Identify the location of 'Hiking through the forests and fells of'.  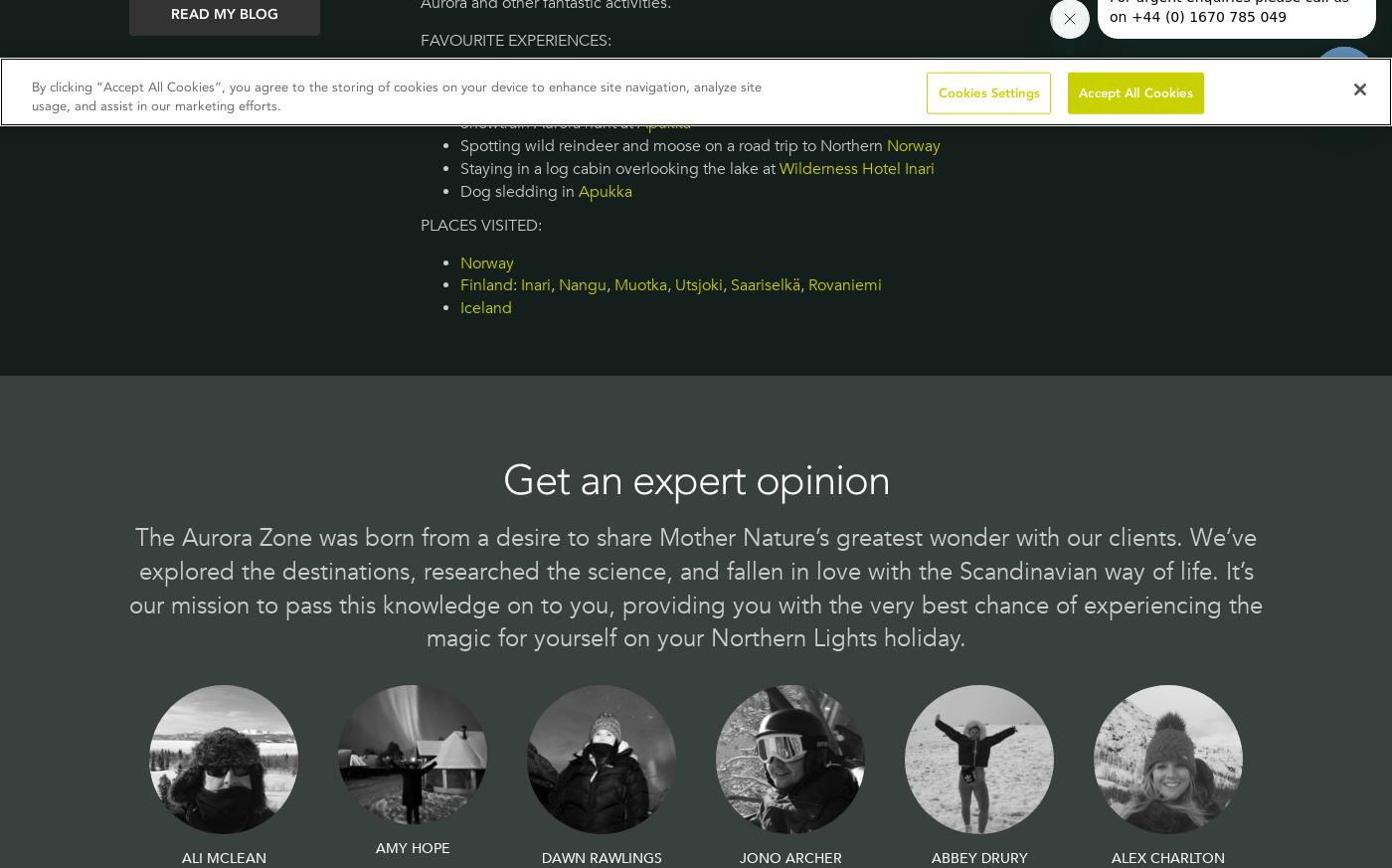
(459, 100).